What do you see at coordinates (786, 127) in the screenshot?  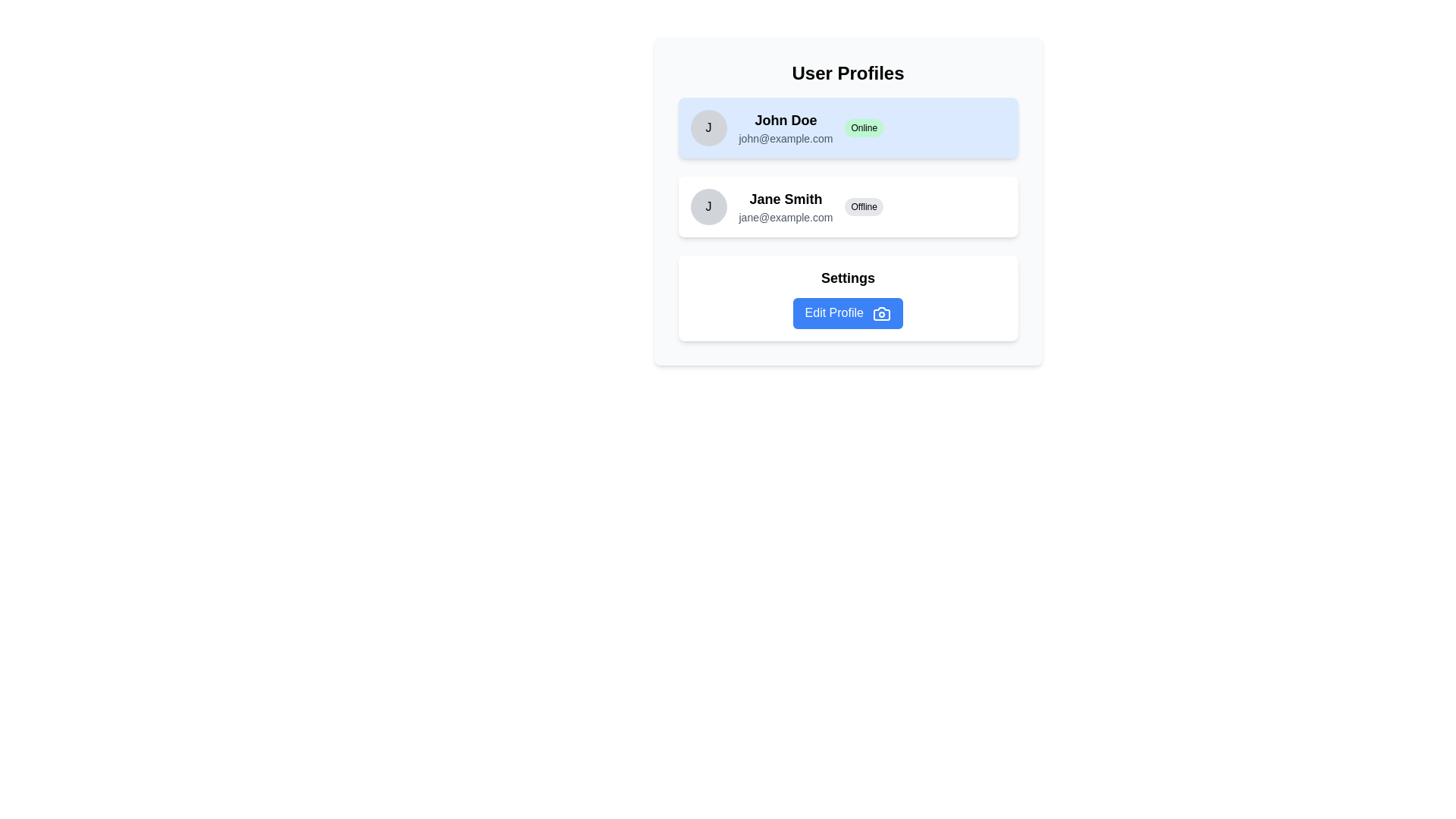 I see `the text label displaying the name 'John Doe' and email 'john@example.com', which is part of the user profile card positioned in the upper section of a list` at bounding box center [786, 127].